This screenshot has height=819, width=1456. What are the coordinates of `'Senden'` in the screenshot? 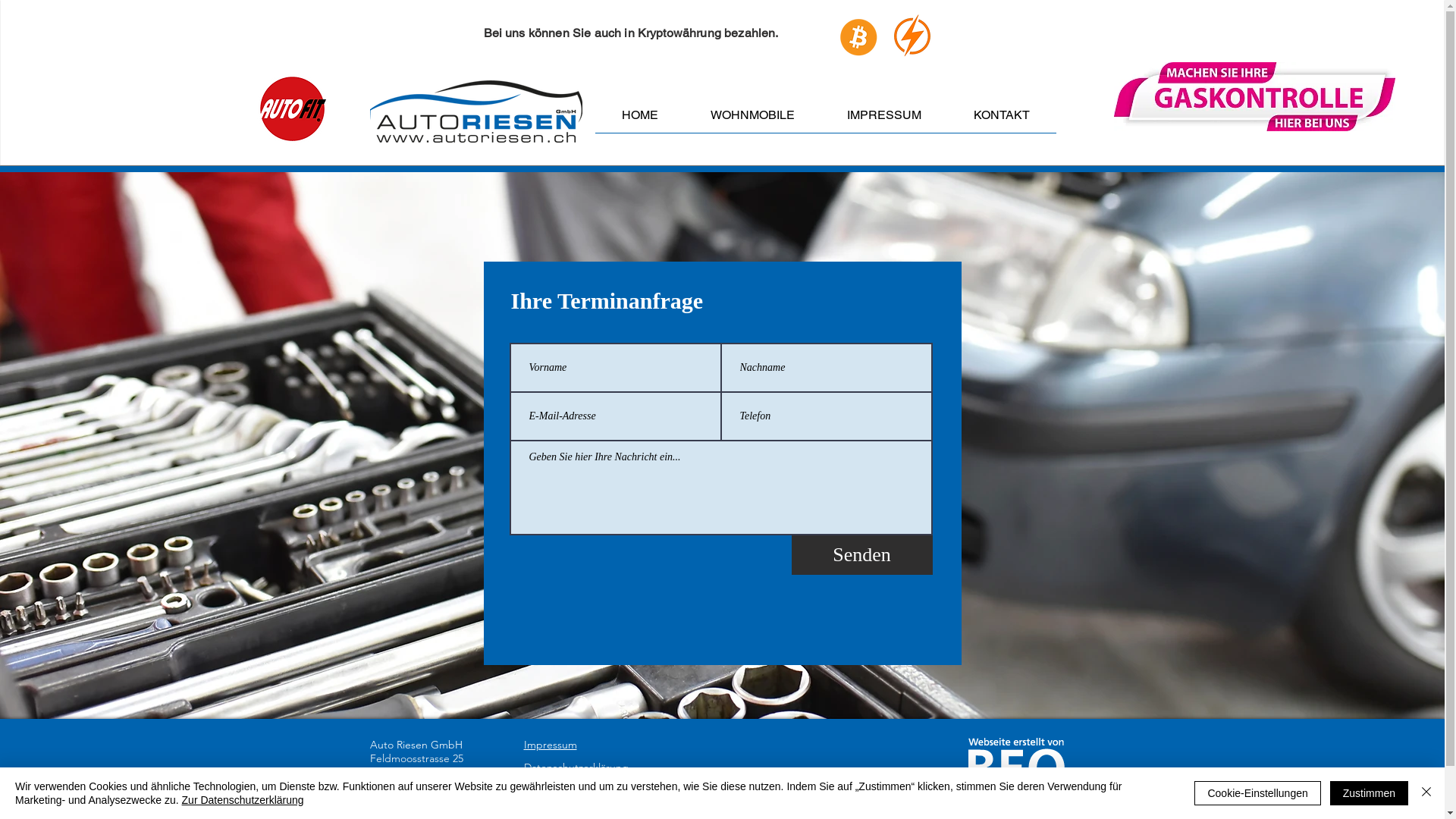 It's located at (862, 555).